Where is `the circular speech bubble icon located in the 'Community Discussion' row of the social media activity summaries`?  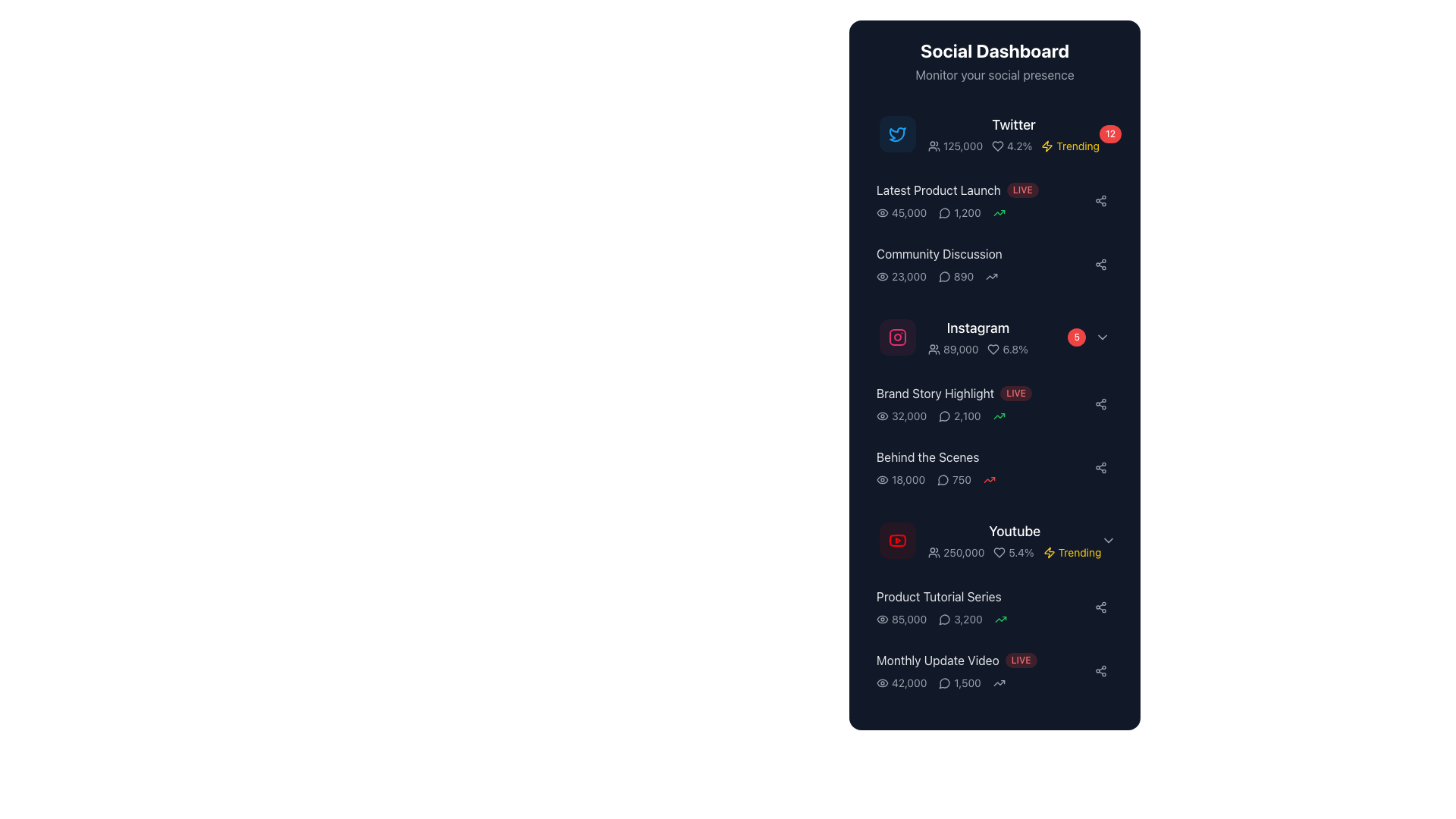
the circular speech bubble icon located in the 'Community Discussion' row of the social media activity summaries is located at coordinates (943, 620).